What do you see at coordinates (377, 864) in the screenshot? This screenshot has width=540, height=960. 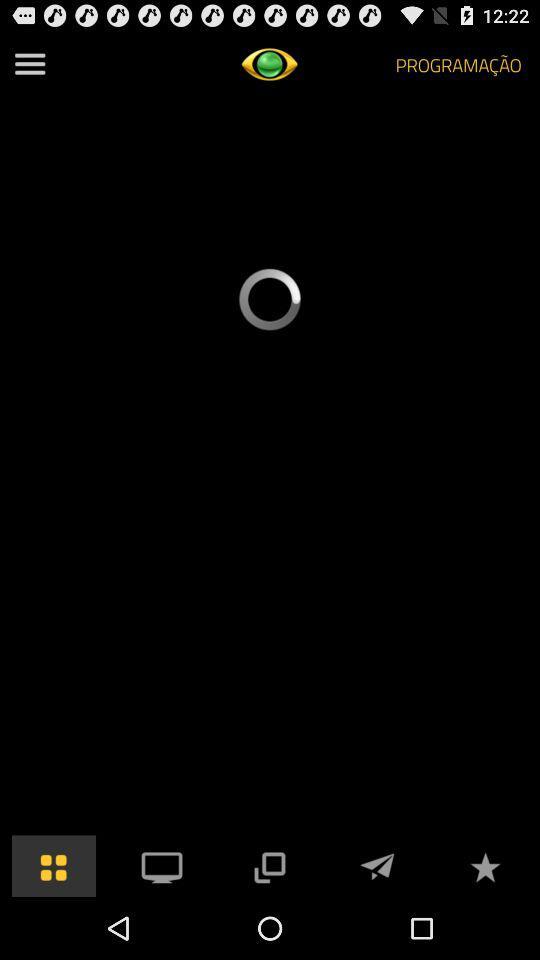 I see `send file` at bounding box center [377, 864].